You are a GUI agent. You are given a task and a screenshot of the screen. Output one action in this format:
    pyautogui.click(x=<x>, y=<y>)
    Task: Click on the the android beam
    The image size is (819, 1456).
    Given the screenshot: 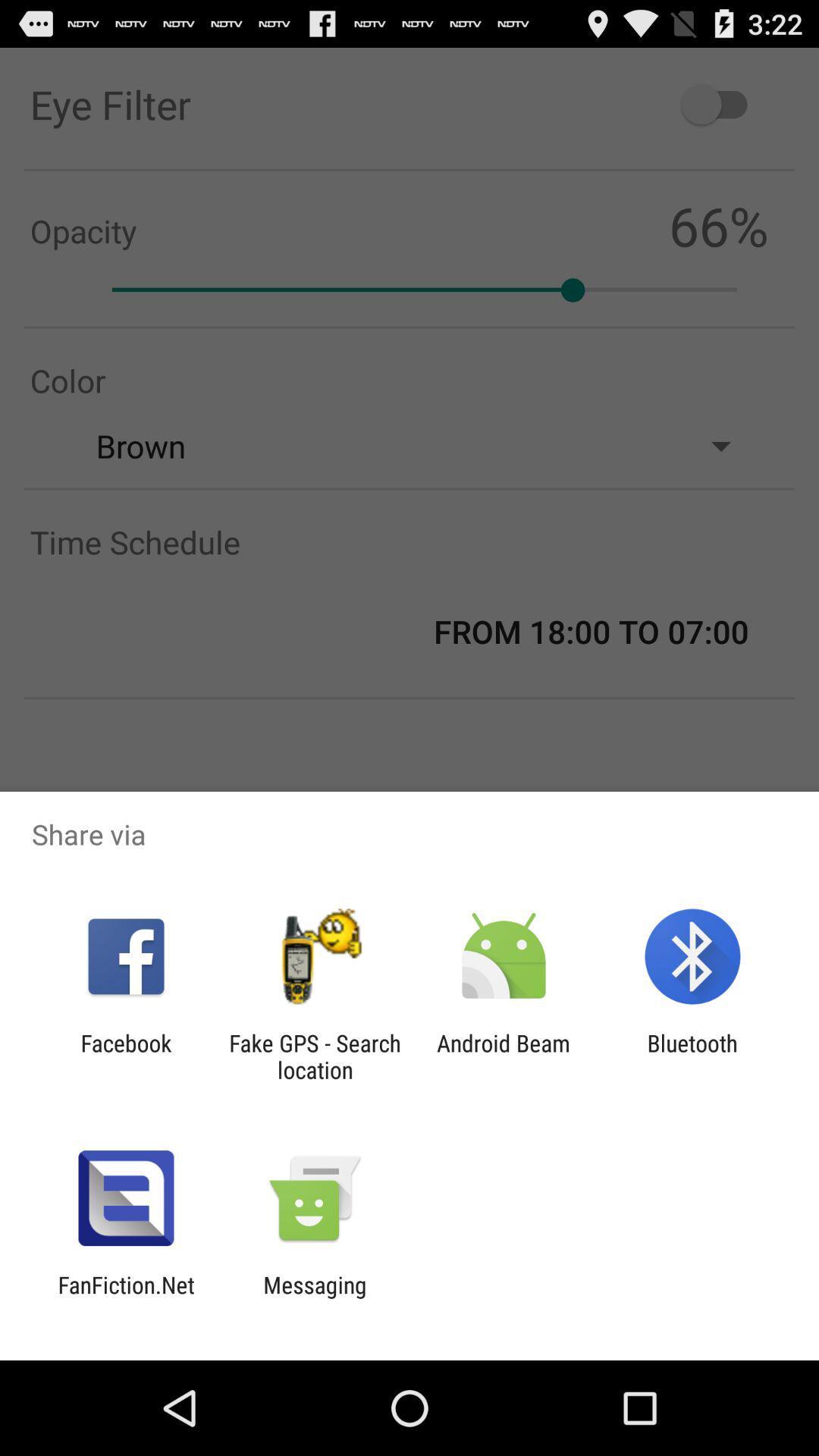 What is the action you would take?
    pyautogui.click(x=504, y=1056)
    